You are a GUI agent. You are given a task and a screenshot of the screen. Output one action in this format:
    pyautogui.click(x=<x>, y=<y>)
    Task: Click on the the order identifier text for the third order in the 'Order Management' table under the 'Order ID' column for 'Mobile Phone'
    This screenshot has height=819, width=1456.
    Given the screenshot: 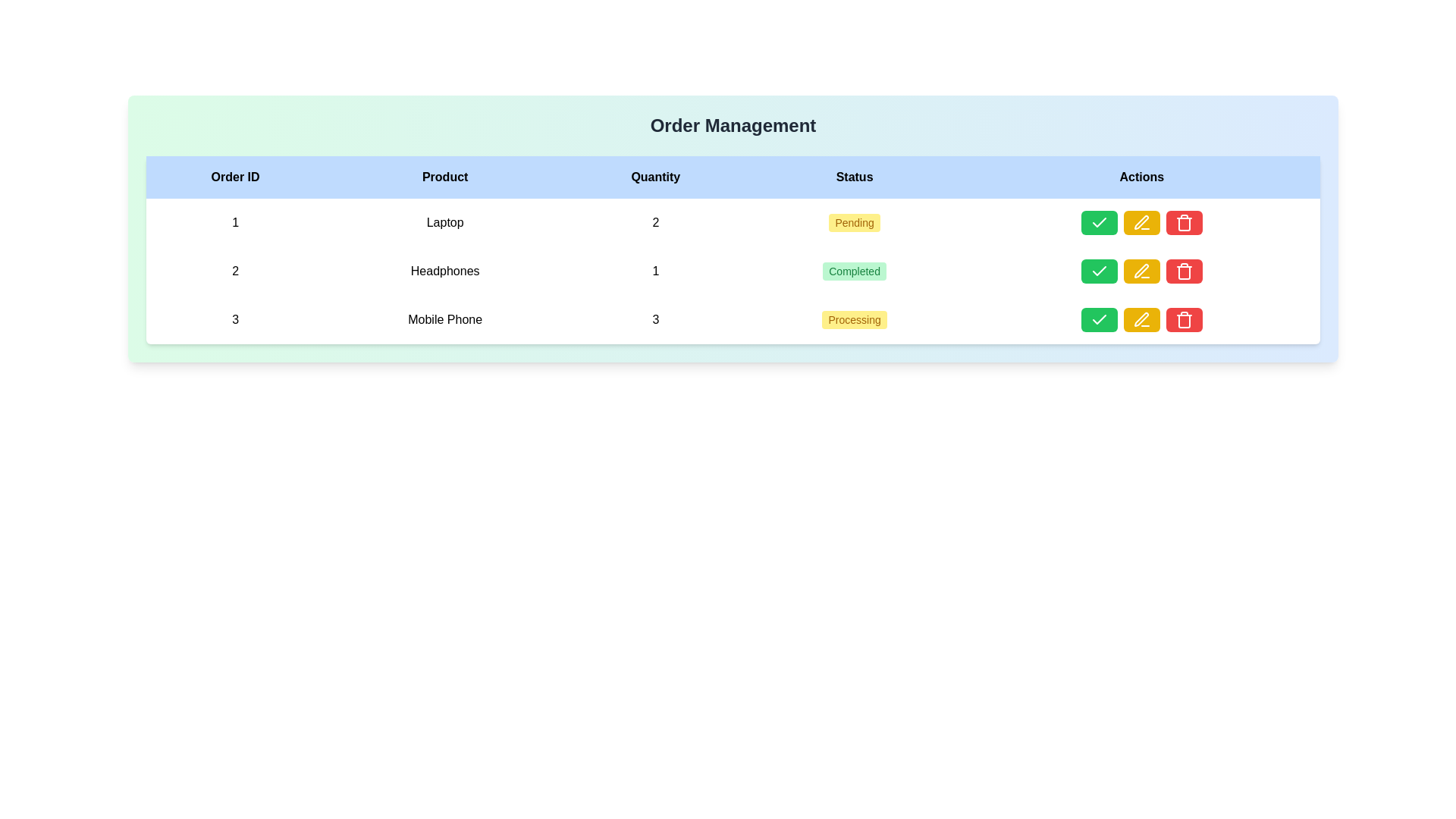 What is the action you would take?
    pyautogui.click(x=234, y=318)
    